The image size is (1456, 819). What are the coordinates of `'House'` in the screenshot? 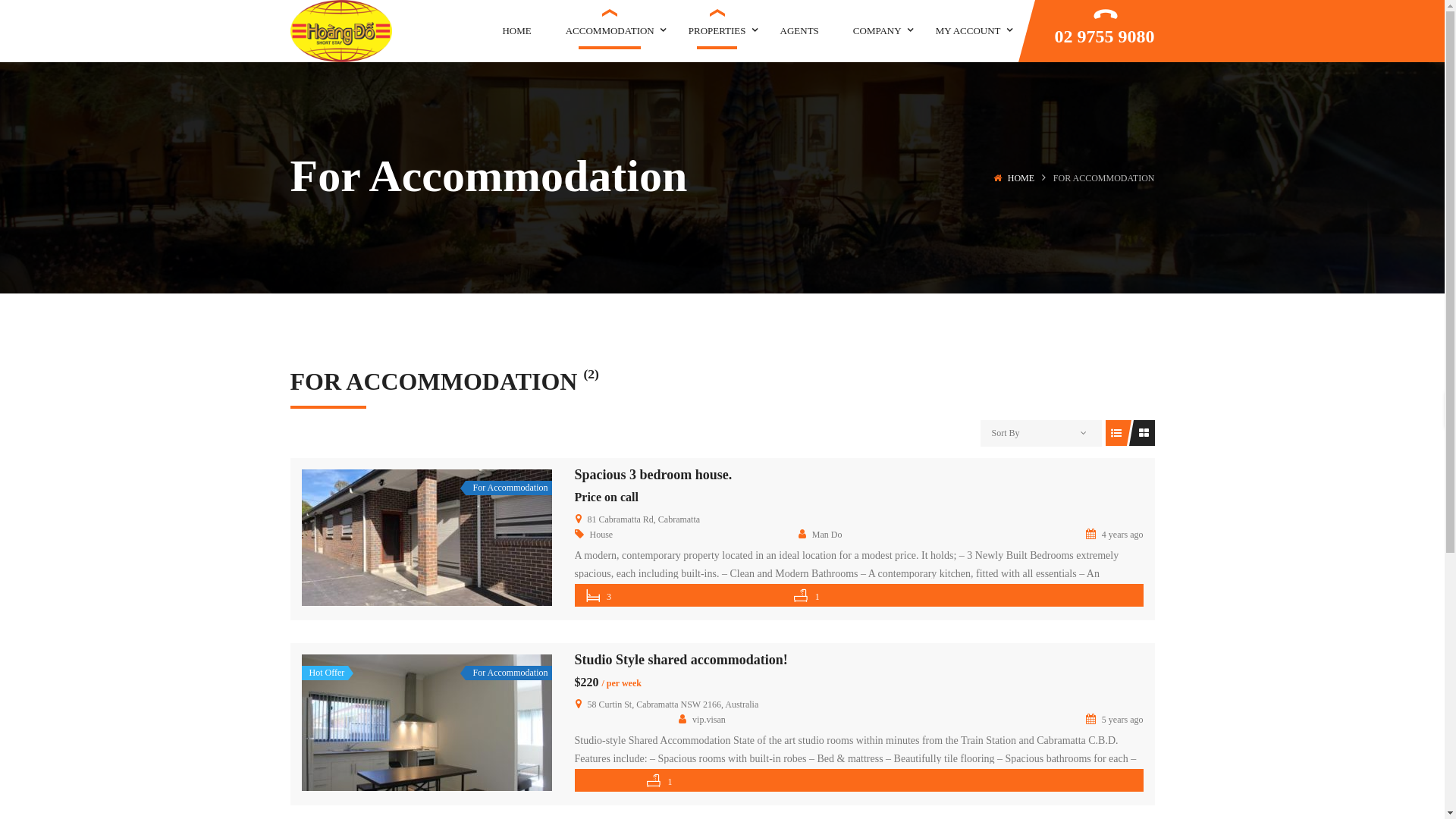 It's located at (601, 534).